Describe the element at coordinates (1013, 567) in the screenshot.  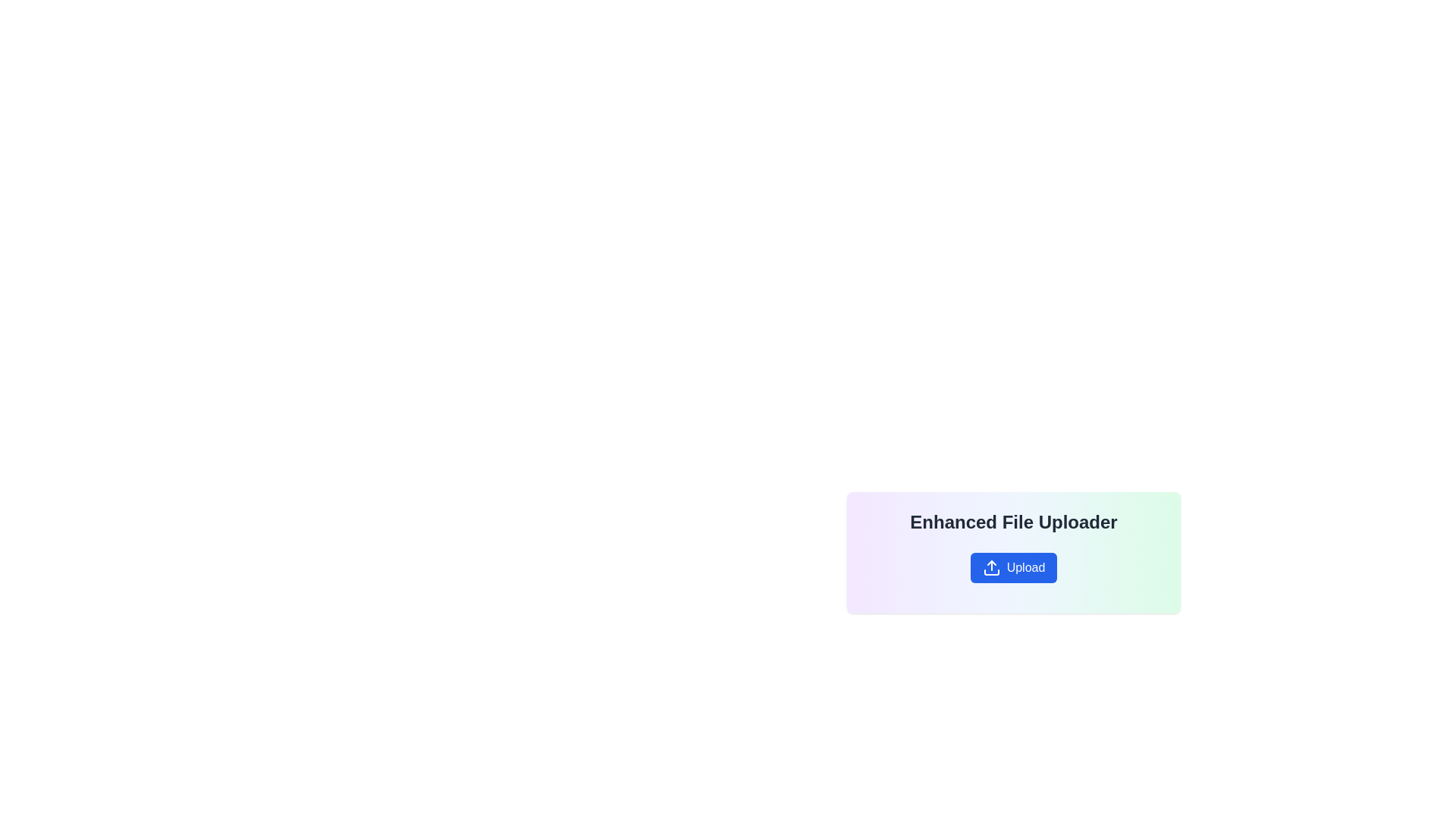
I see `the button that triggers the file upload action, located beneath the text 'Enhanced File Uploader'` at that location.